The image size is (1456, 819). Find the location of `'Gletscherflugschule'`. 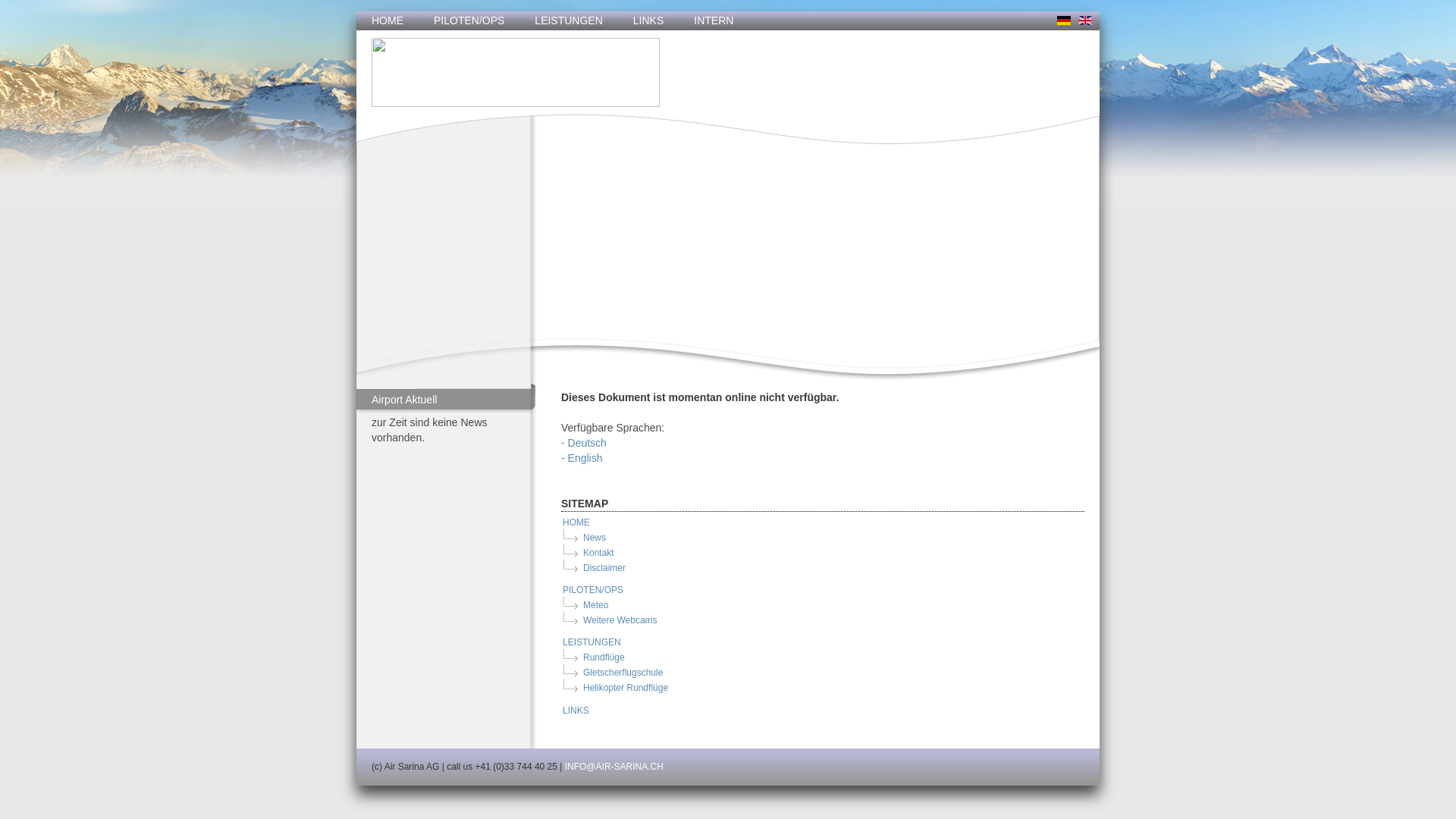

'Gletscherflugschule' is located at coordinates (622, 672).